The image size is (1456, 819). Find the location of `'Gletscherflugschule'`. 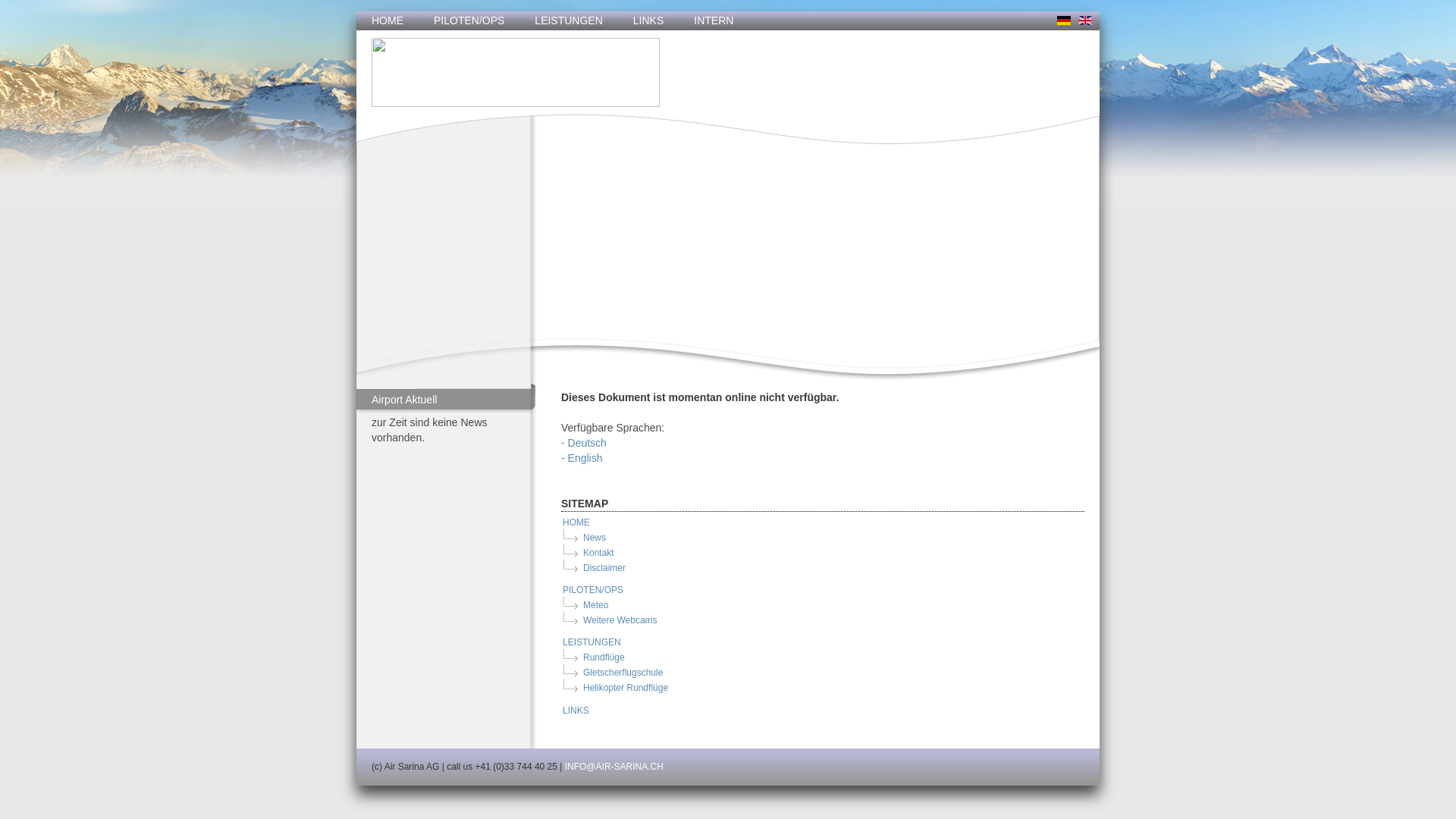

'Gletscherflugschule' is located at coordinates (622, 672).